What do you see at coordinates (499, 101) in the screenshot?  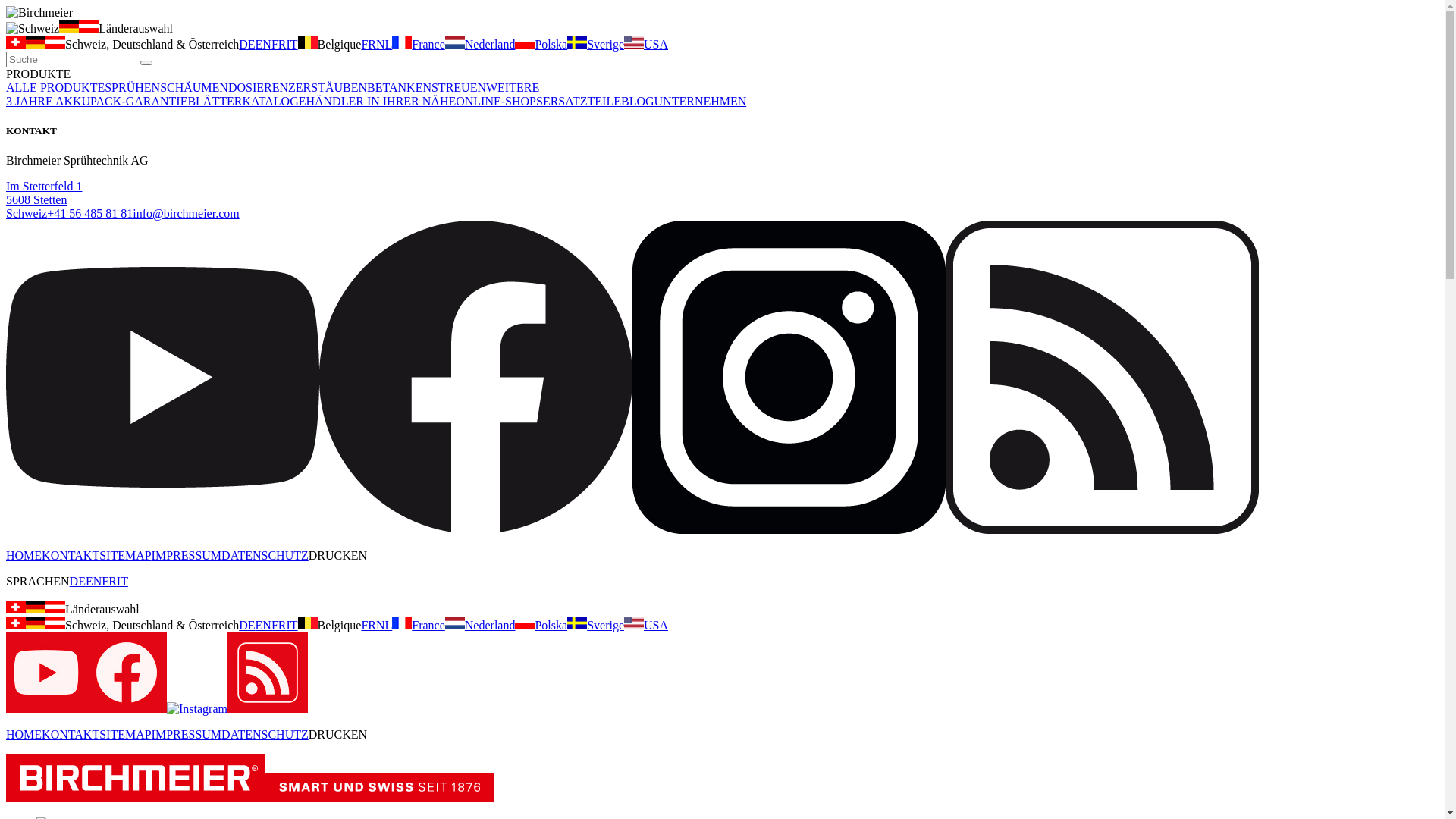 I see `'ONLINE-SHOPS'` at bounding box center [499, 101].